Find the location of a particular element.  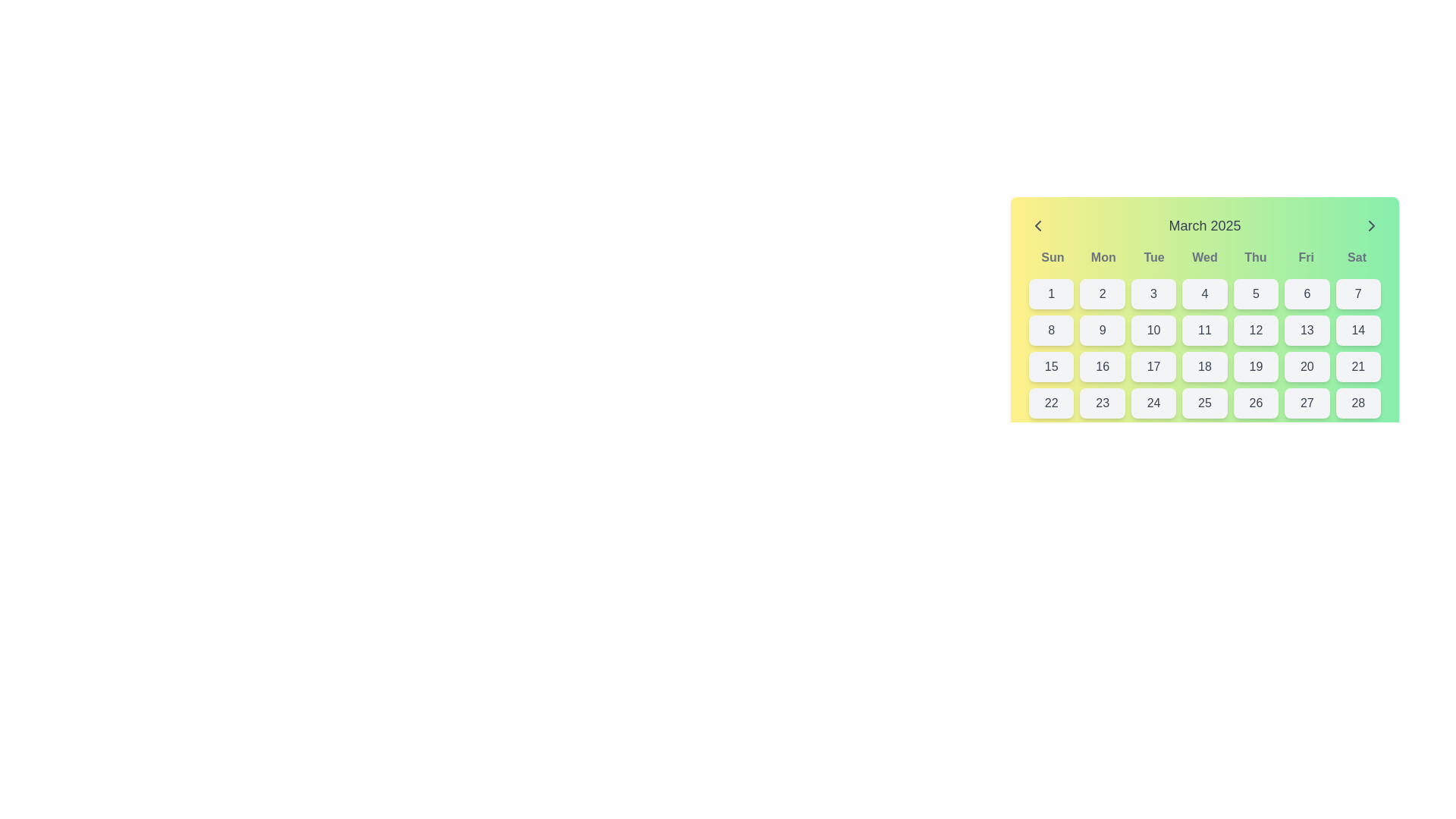

the selectable date button representing the 8th of the month in the calendar interface is located at coordinates (1050, 329).